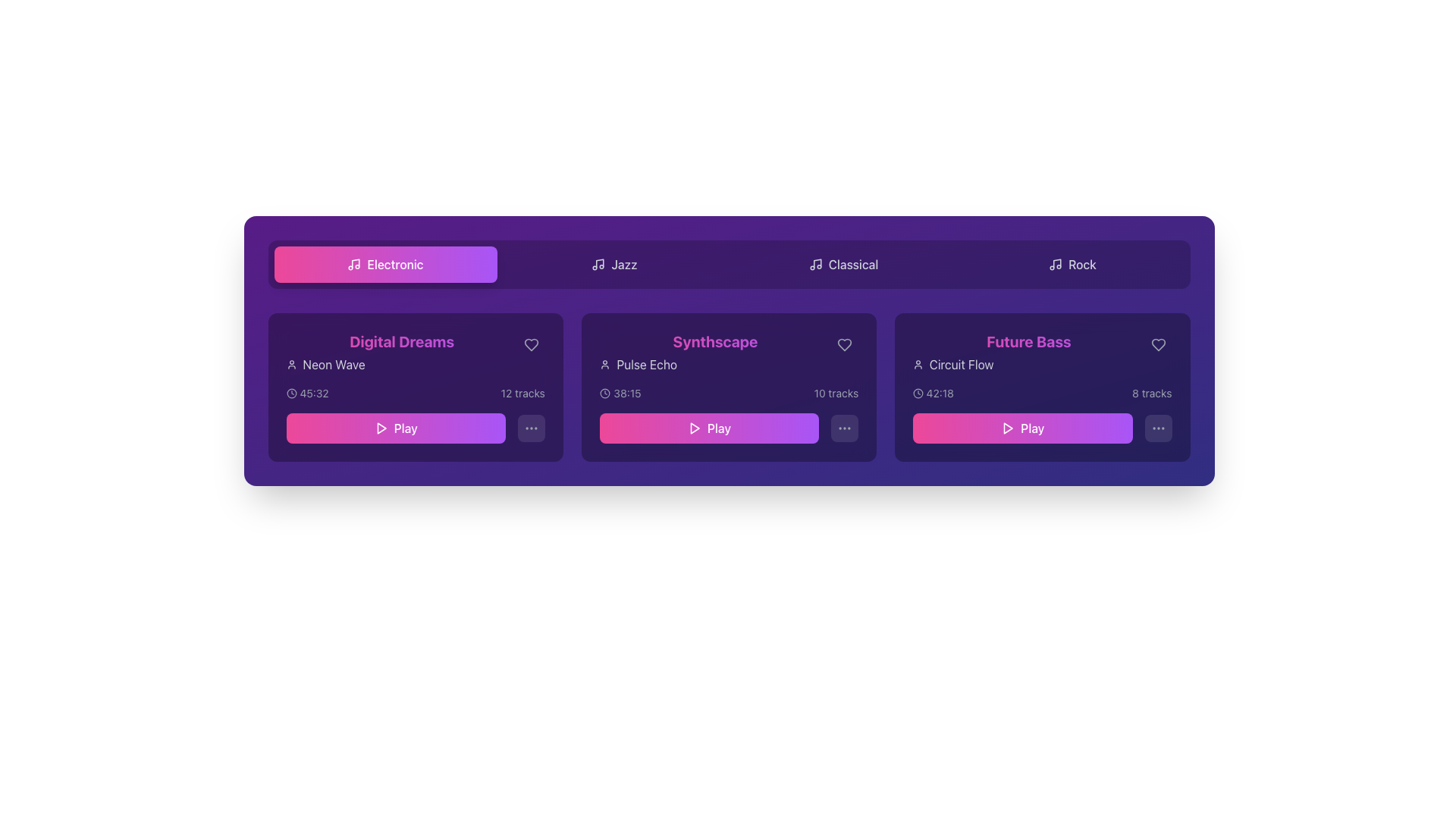 The width and height of the screenshot is (1456, 819). I want to click on the heart icon indicating favorite functionality located at the top-right corner of the 'Future Bass' card, so click(1157, 345).